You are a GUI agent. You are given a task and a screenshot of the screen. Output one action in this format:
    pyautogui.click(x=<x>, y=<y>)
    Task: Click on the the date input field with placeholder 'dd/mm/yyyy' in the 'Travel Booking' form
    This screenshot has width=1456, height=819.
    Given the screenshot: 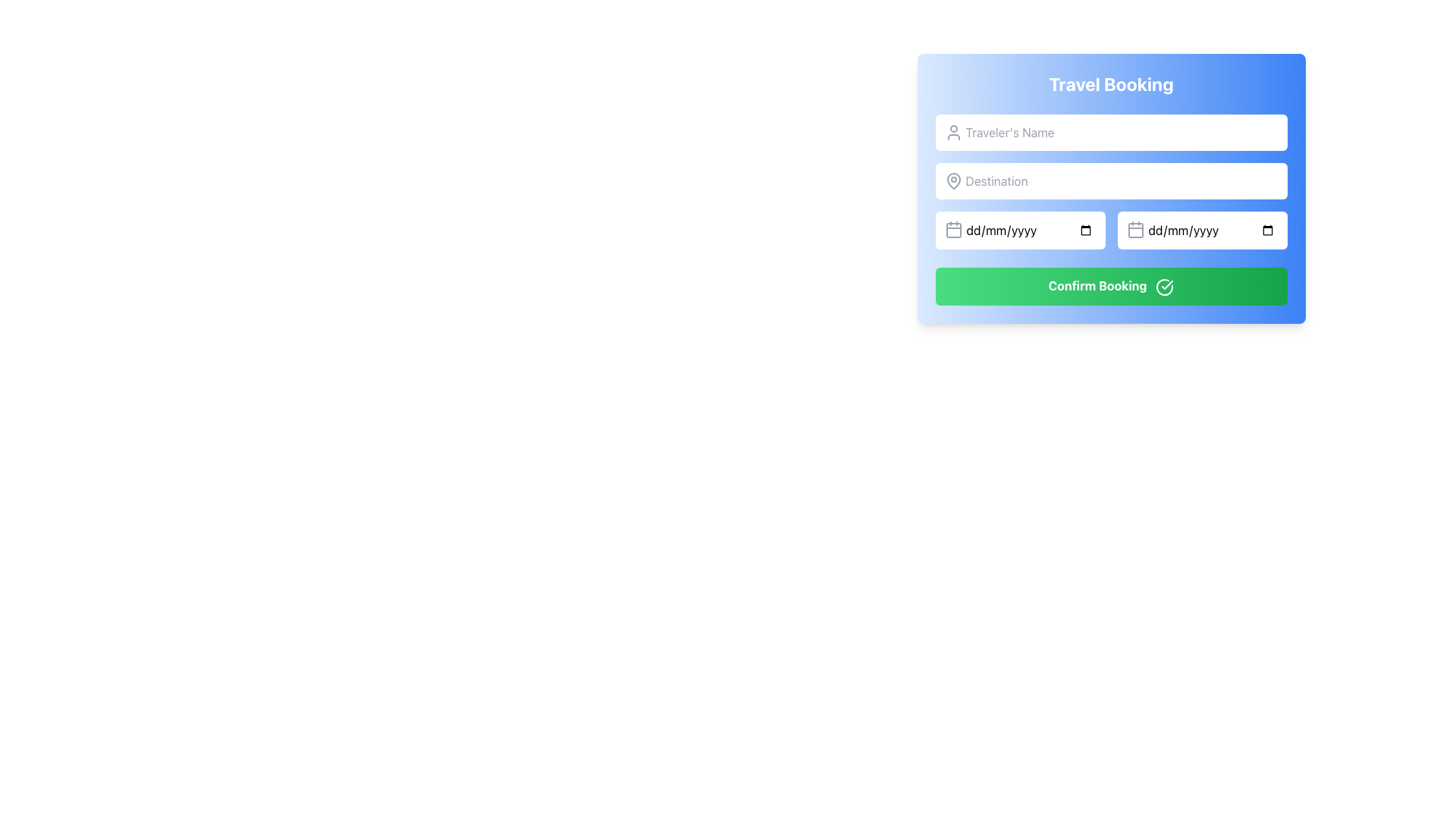 What is the action you would take?
    pyautogui.click(x=1020, y=231)
    